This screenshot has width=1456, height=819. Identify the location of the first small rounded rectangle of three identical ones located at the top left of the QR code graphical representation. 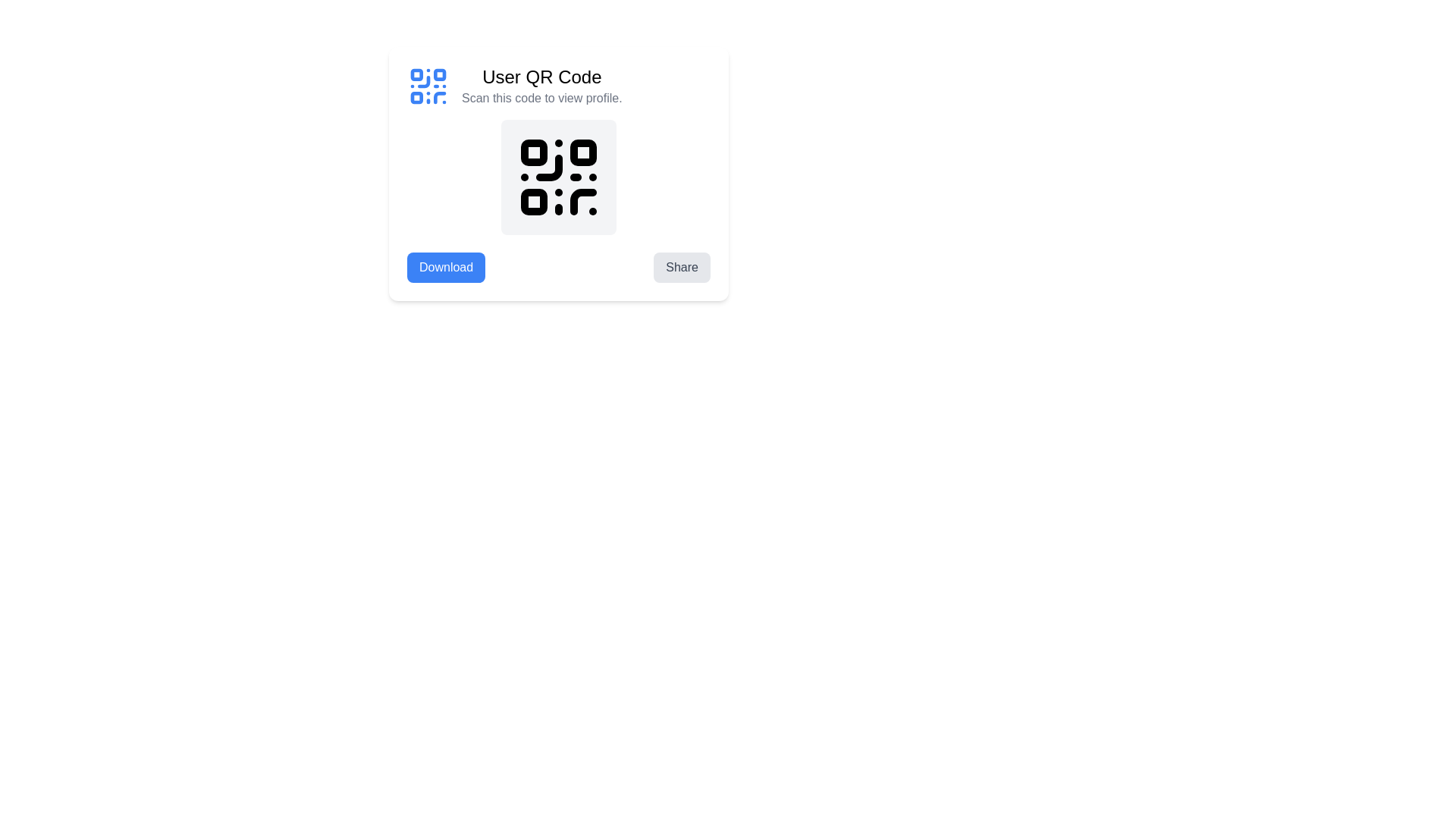
(534, 152).